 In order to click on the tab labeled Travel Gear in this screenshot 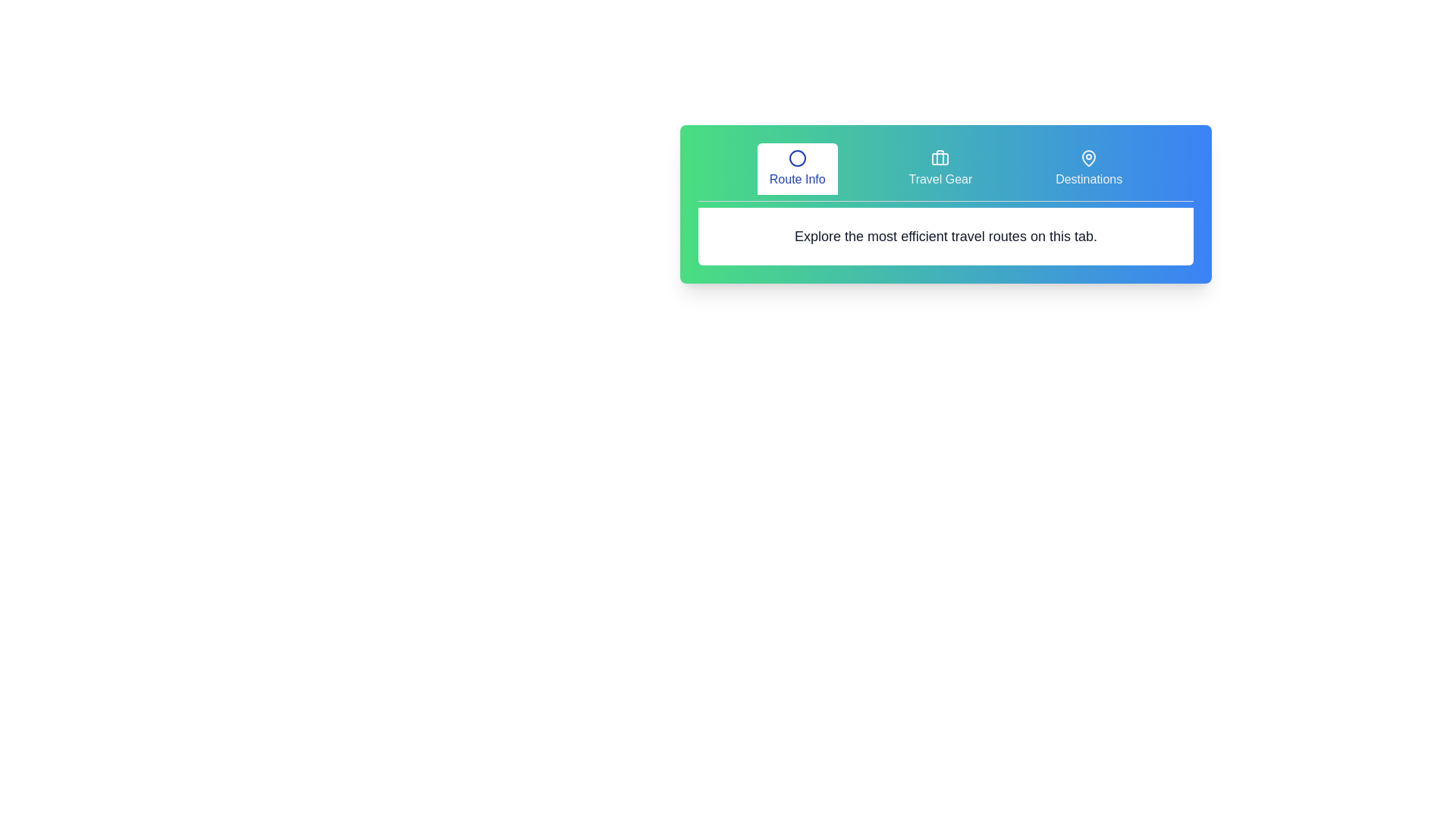, I will do `click(940, 169)`.